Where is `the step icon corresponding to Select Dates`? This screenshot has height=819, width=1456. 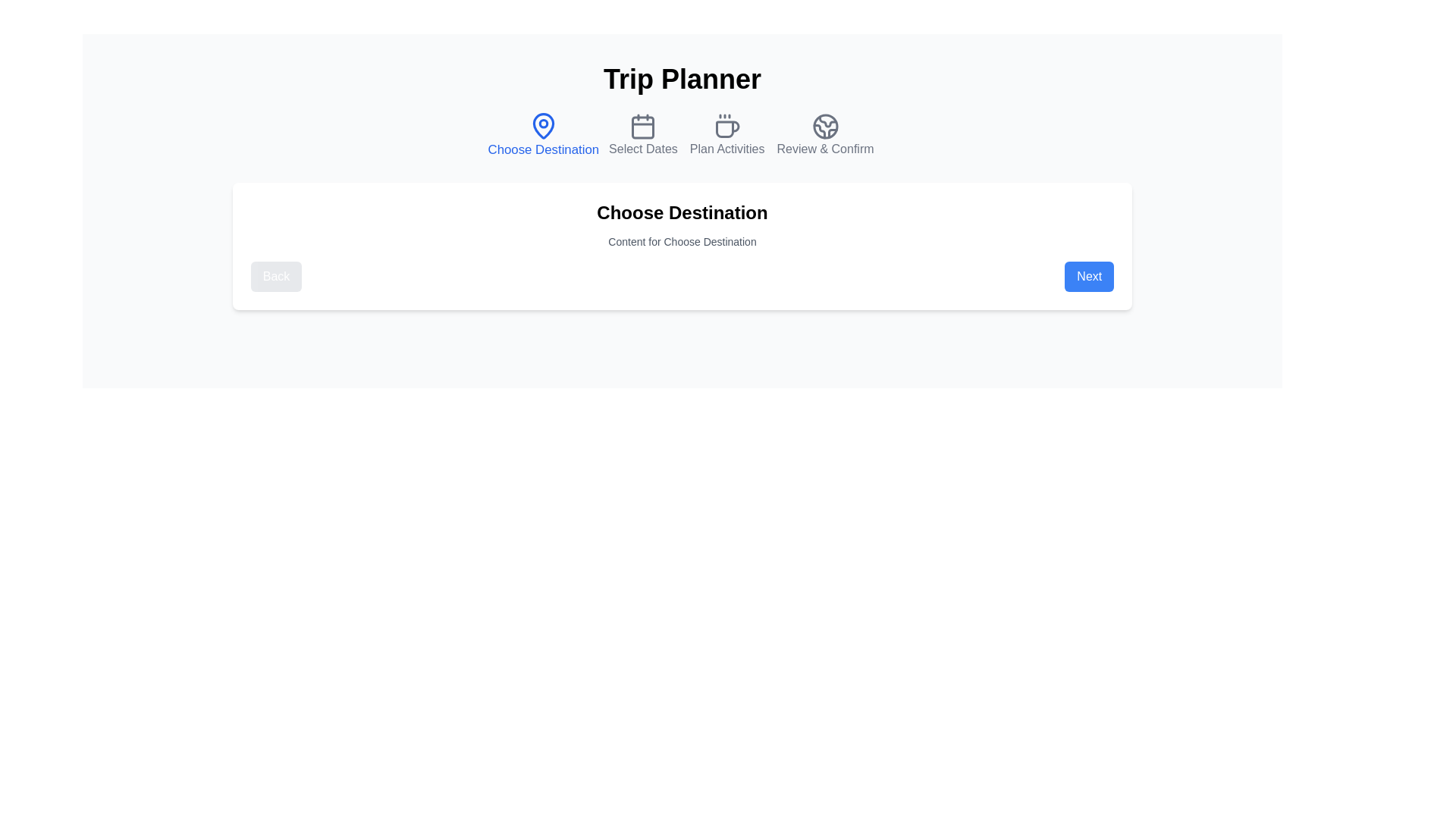
the step icon corresponding to Select Dates is located at coordinates (643, 134).